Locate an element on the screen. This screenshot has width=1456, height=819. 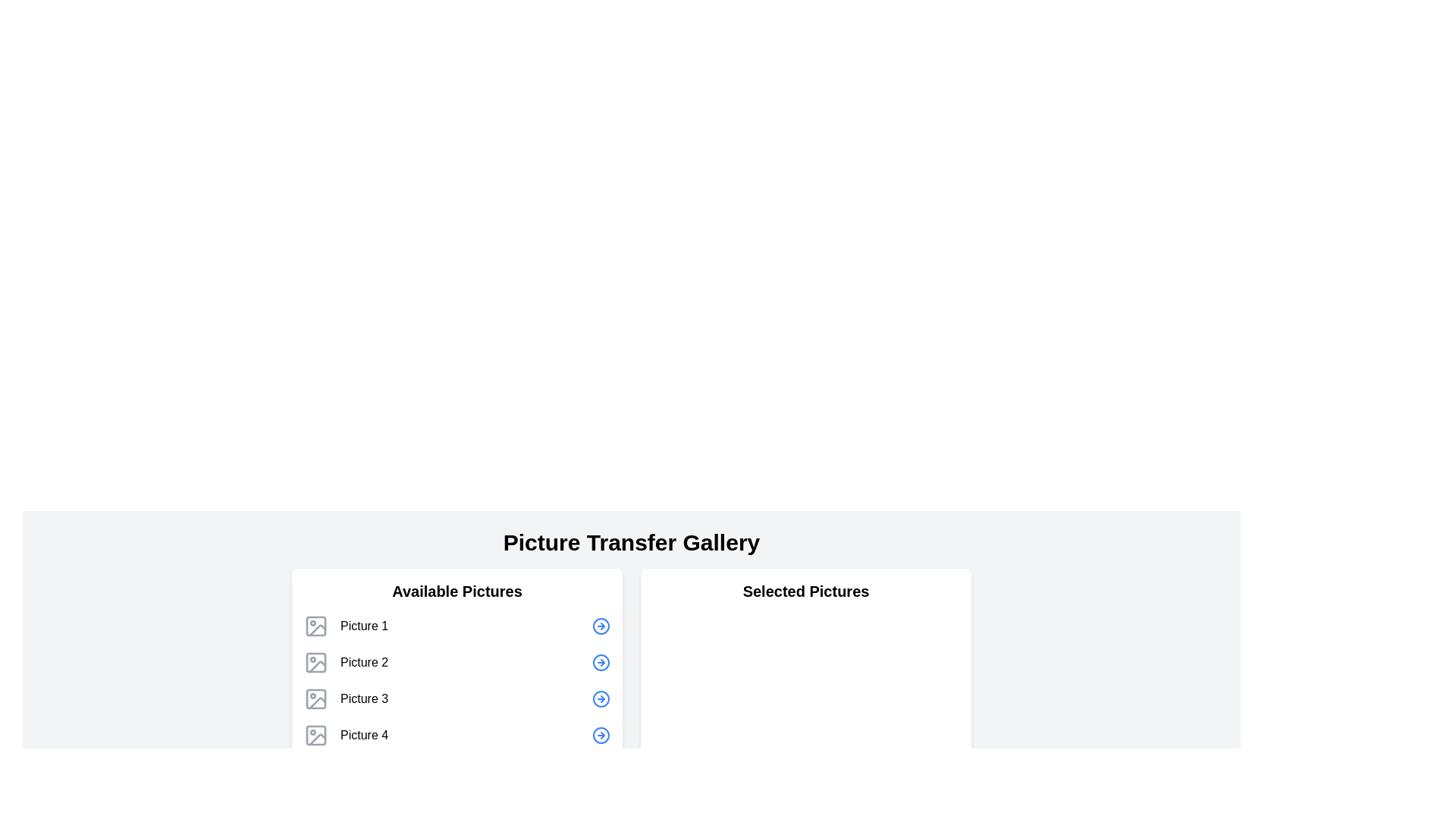
the circular icon with a 10-pixel radius that is part of the right-arrow graphic in the 'Available Pictures' section is located at coordinates (600, 698).